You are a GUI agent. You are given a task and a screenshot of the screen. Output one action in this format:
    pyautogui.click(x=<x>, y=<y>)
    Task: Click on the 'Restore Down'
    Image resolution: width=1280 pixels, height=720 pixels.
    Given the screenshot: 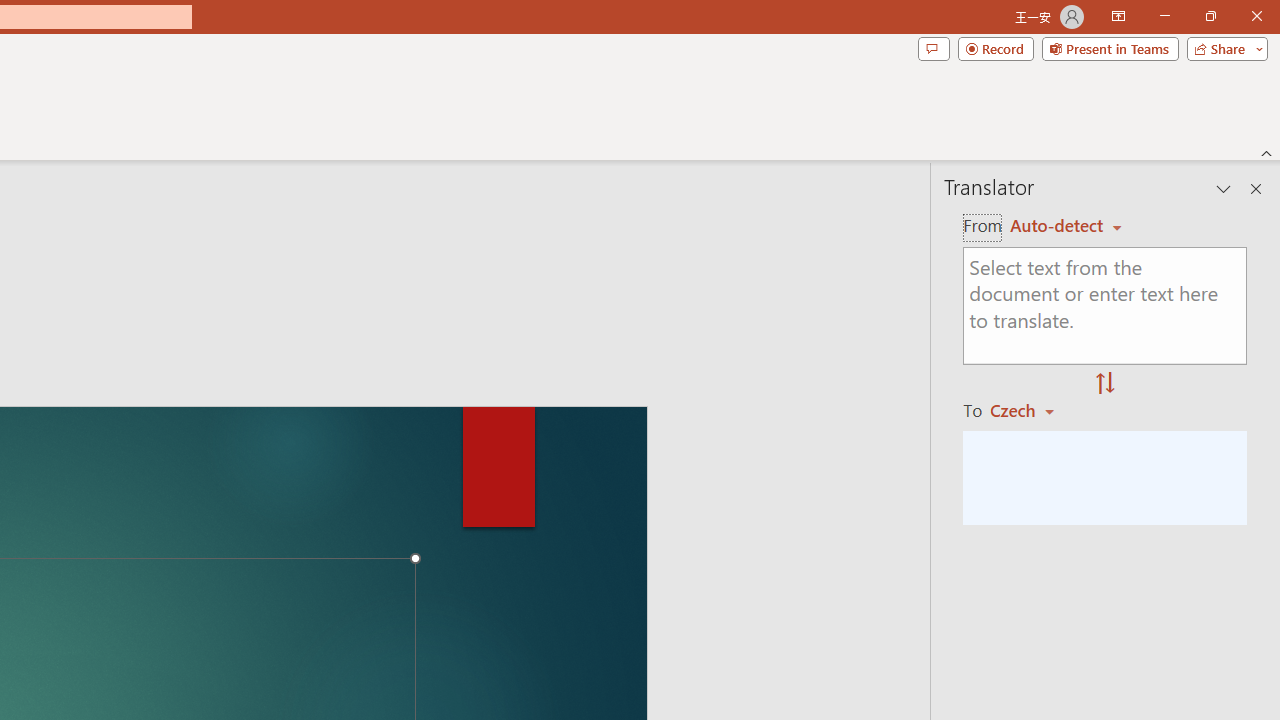 What is the action you would take?
    pyautogui.click(x=1209, y=16)
    